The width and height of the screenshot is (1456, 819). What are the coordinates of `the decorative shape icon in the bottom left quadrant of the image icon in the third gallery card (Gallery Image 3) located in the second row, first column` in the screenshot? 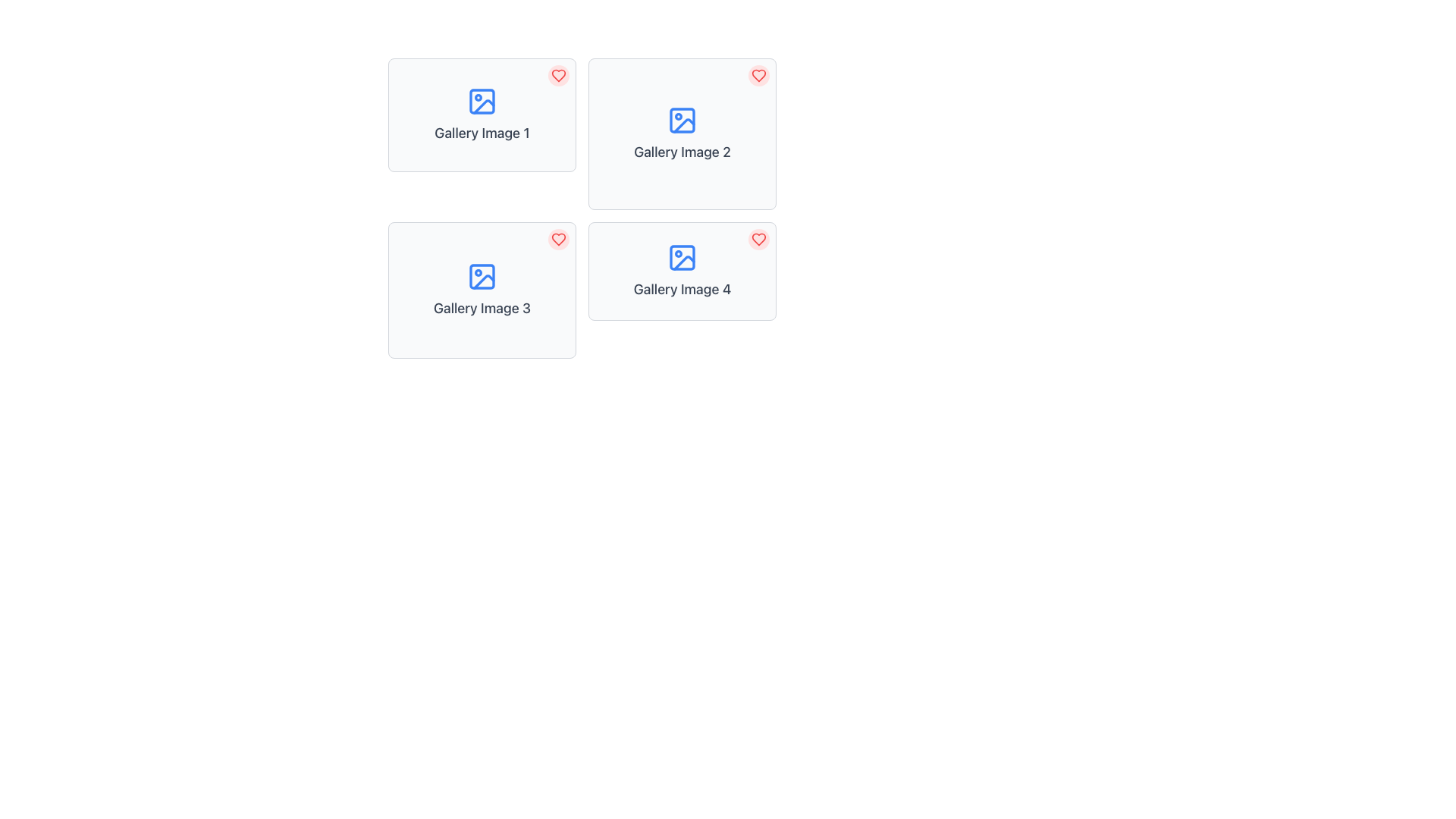 It's located at (483, 281).